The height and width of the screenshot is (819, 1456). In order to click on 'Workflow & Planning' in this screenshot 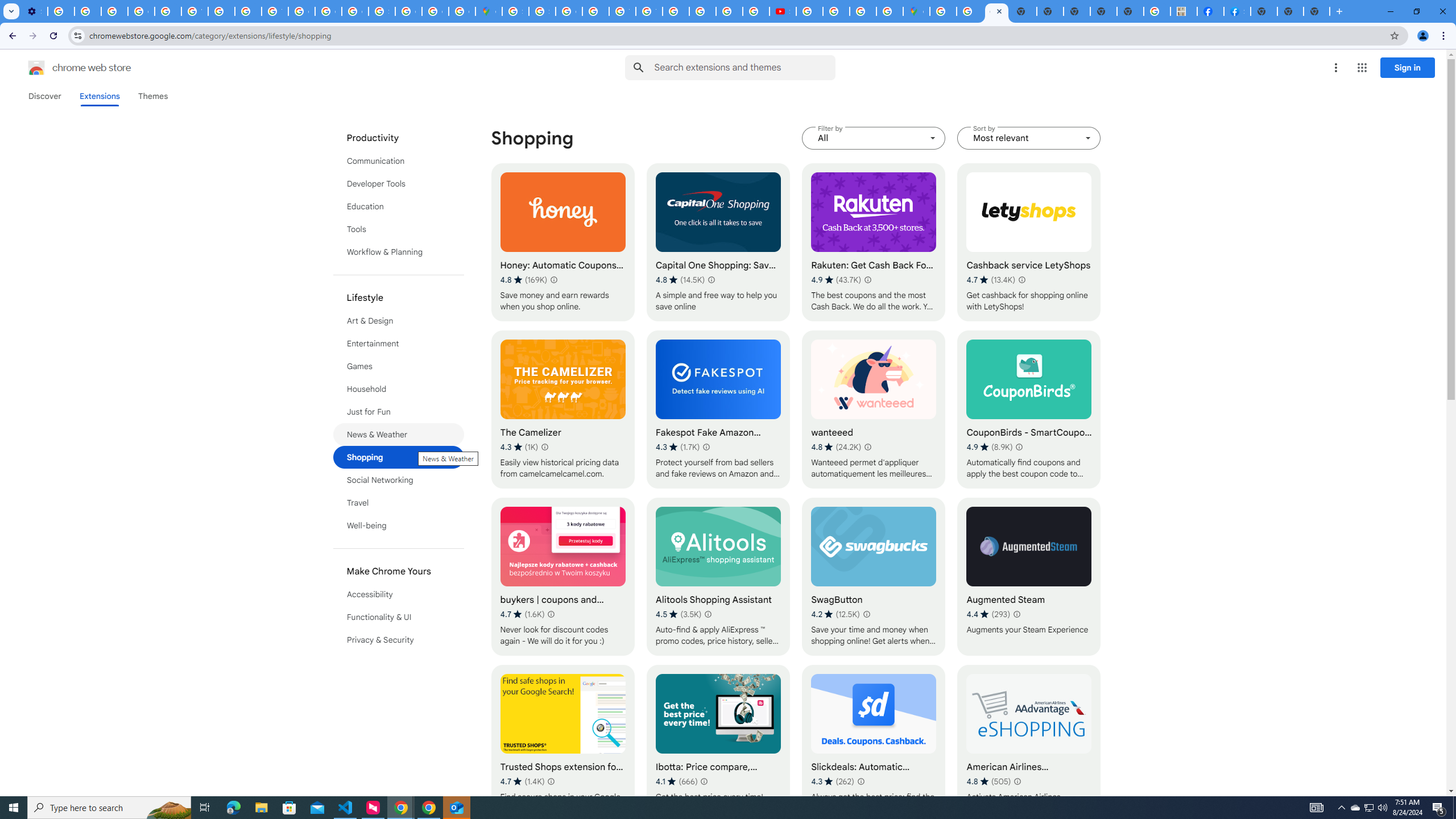, I will do `click(399, 252)`.